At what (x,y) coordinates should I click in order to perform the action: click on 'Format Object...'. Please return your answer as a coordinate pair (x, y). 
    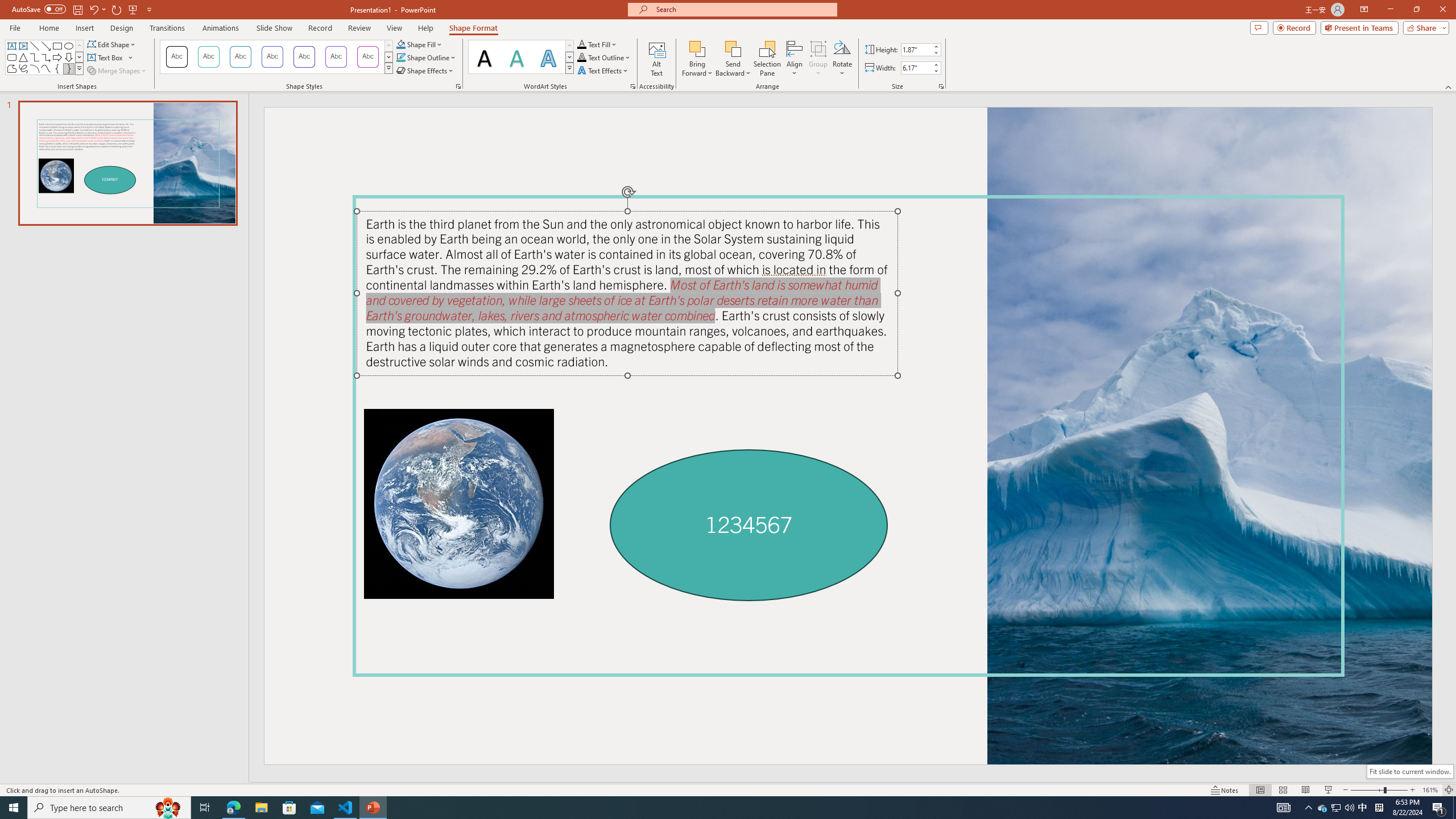
    Looking at the image, I should click on (458, 85).